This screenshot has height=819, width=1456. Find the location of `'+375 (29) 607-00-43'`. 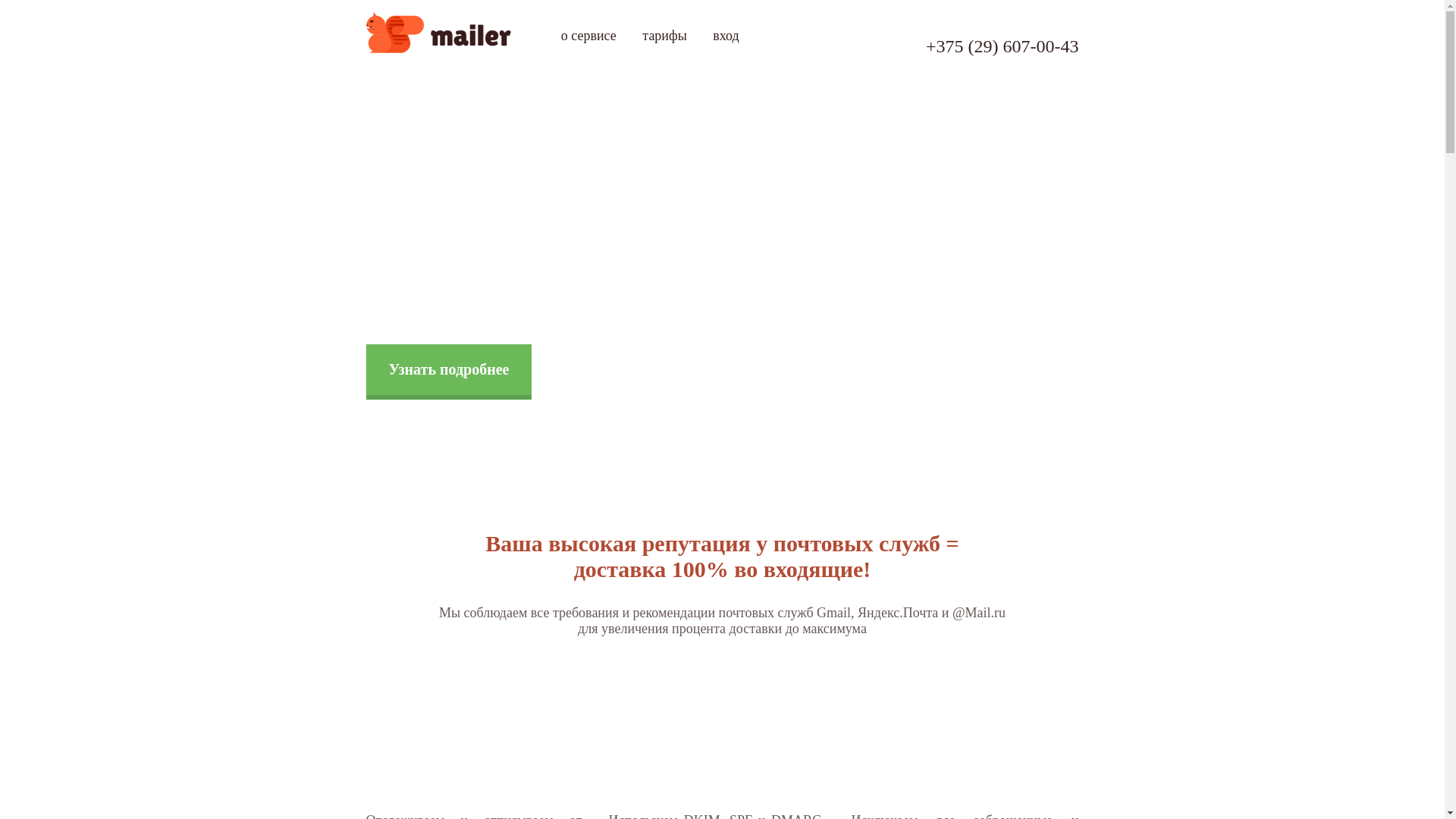

'+375 (29) 607-00-43' is located at coordinates (924, 45).